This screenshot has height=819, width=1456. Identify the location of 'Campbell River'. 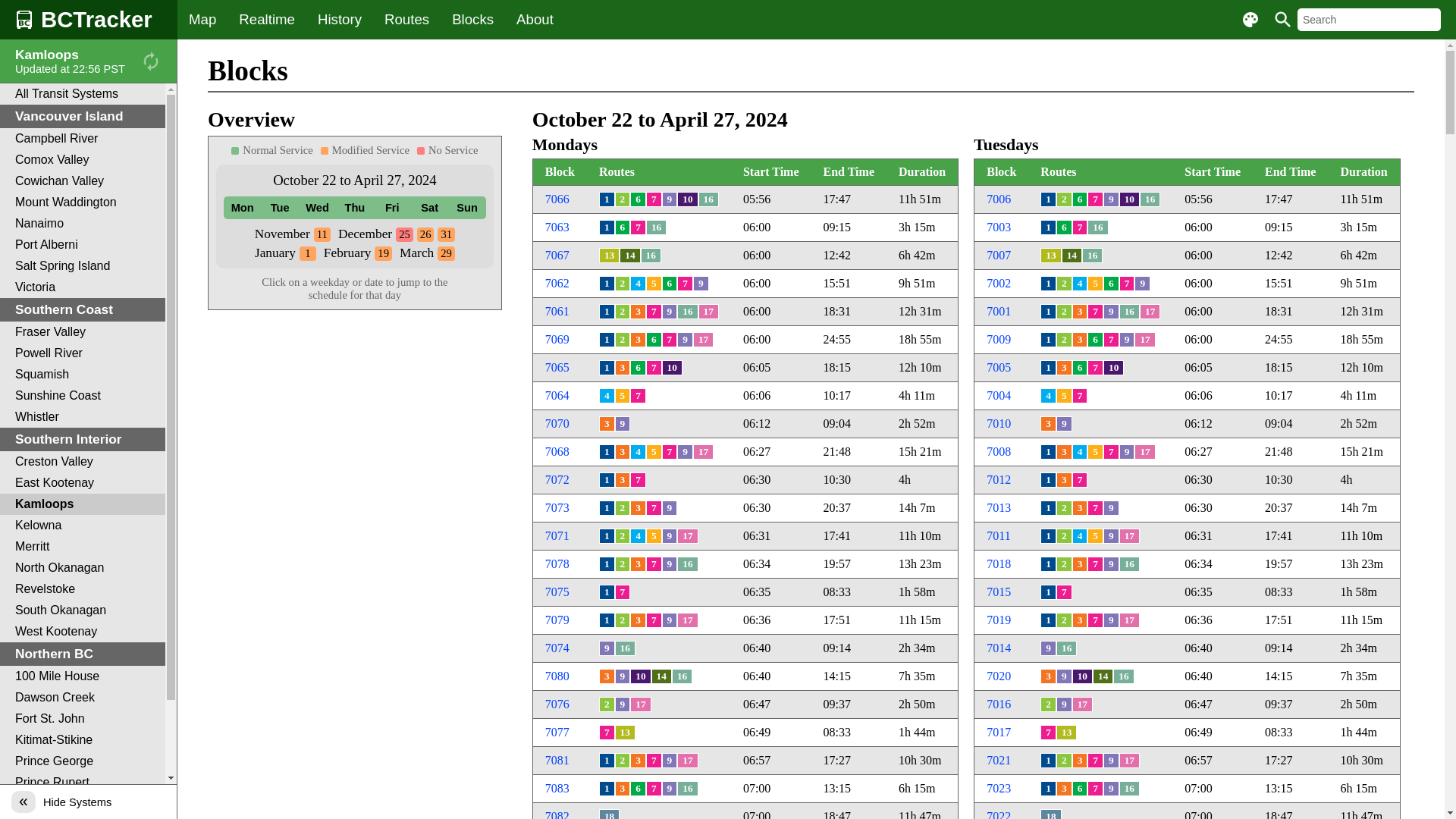
(0, 138).